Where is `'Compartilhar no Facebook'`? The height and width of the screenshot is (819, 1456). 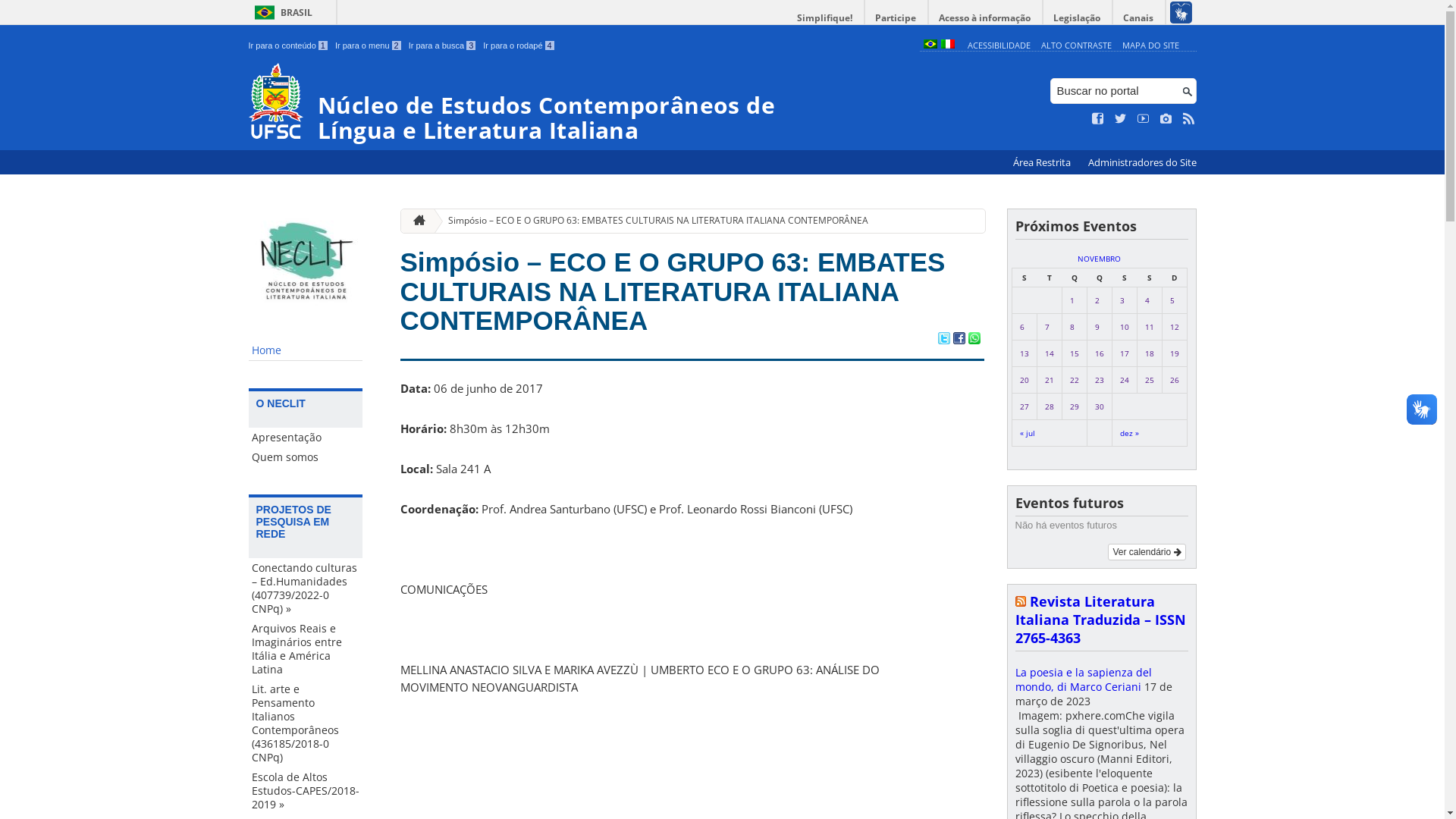
'Compartilhar no Facebook' is located at coordinates (957, 338).